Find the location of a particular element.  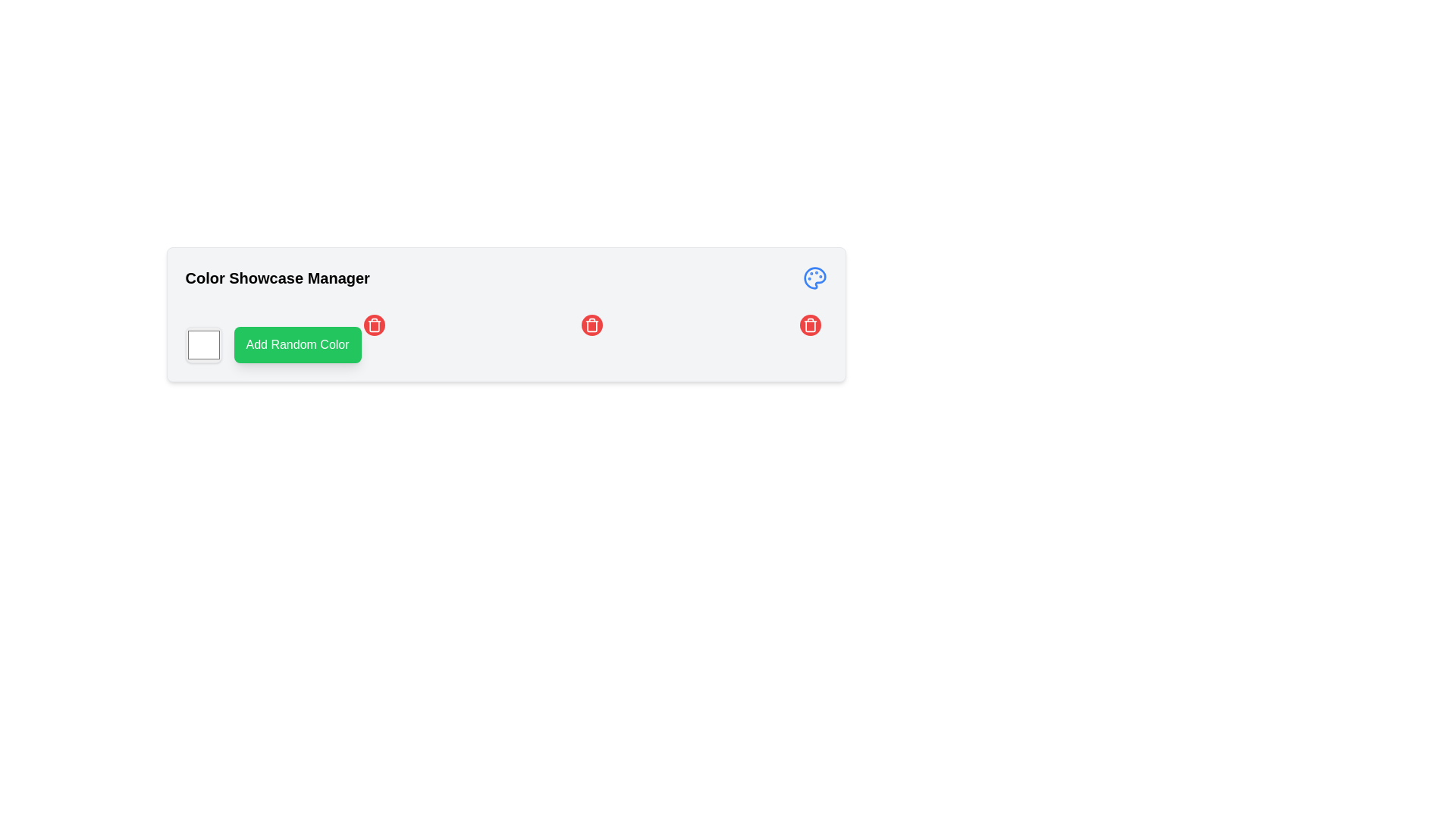

the rounded red button with a trash can icon is located at coordinates (374, 324).